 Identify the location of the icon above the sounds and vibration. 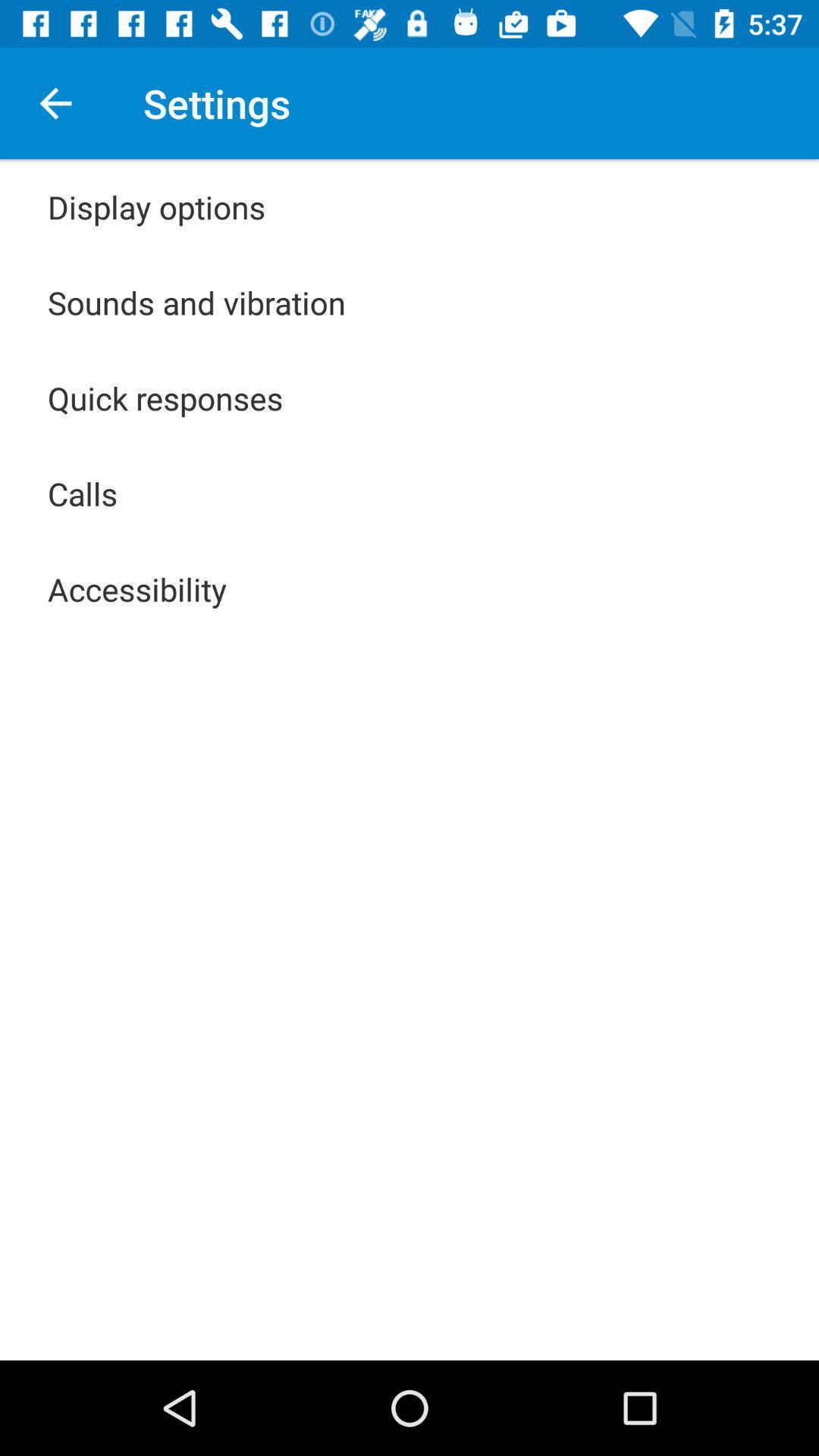
(156, 206).